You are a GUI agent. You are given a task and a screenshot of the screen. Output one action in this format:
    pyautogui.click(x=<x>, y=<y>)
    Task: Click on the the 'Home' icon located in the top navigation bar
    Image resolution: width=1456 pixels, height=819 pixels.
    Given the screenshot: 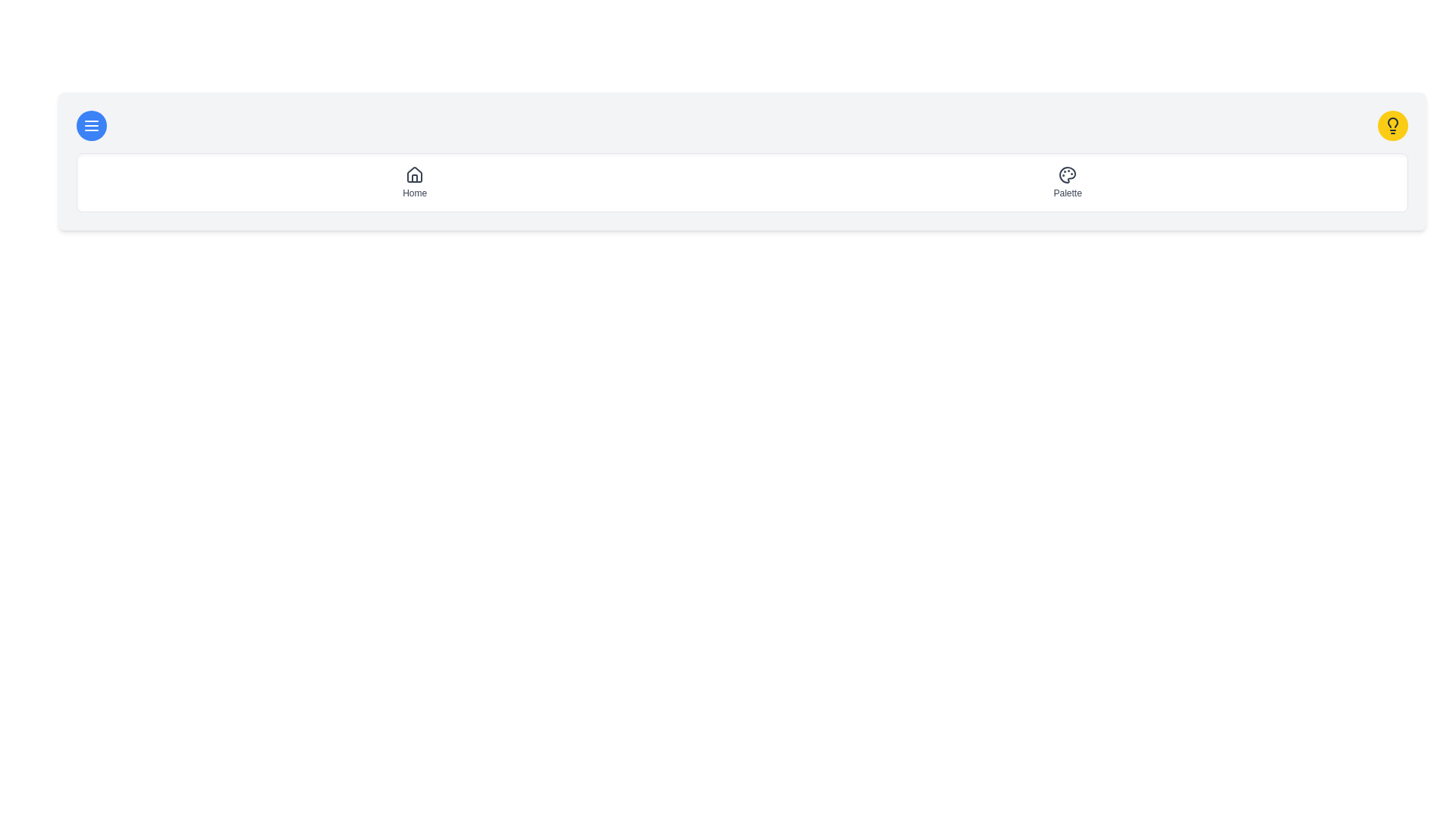 What is the action you would take?
    pyautogui.click(x=415, y=174)
    